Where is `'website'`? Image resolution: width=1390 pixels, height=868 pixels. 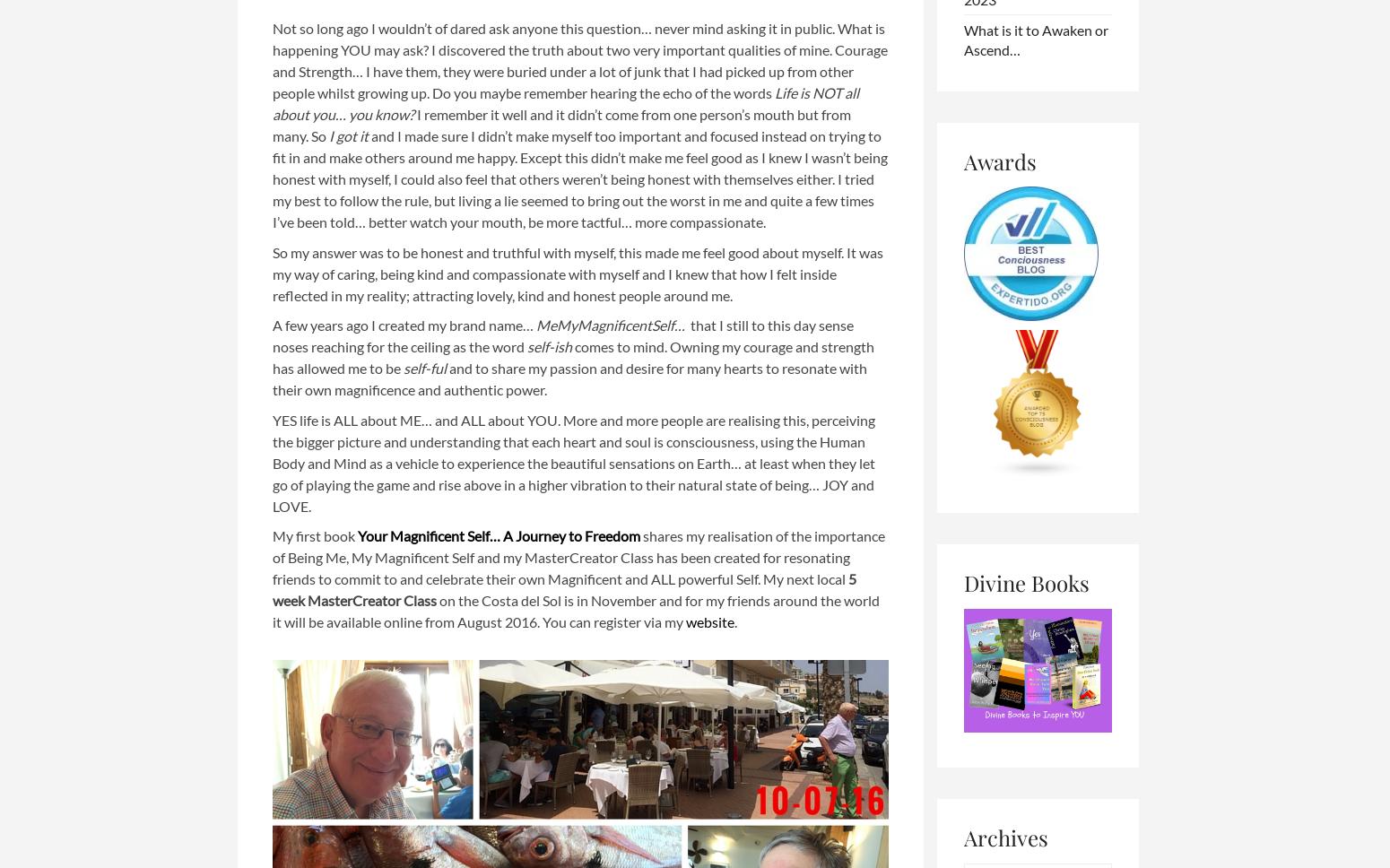
'website' is located at coordinates (685, 621).